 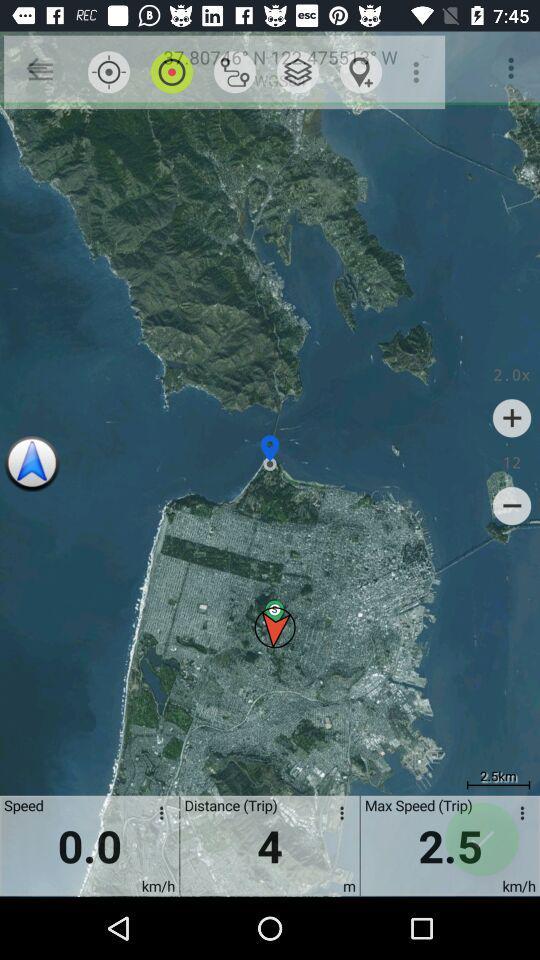 What do you see at coordinates (297, 72) in the screenshot?
I see `icon above the distance (trip)` at bounding box center [297, 72].